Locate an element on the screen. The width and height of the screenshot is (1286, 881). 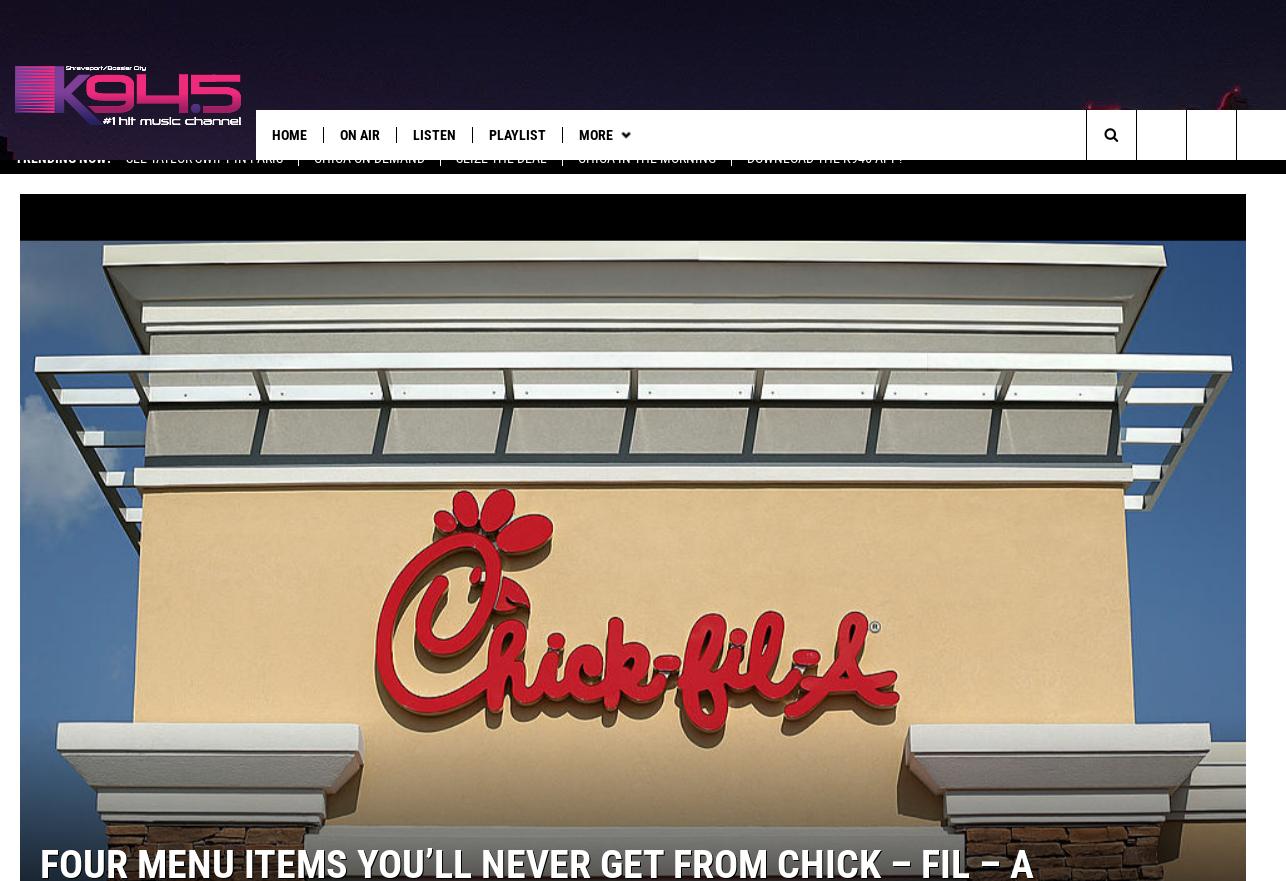
'More' is located at coordinates (595, 134).